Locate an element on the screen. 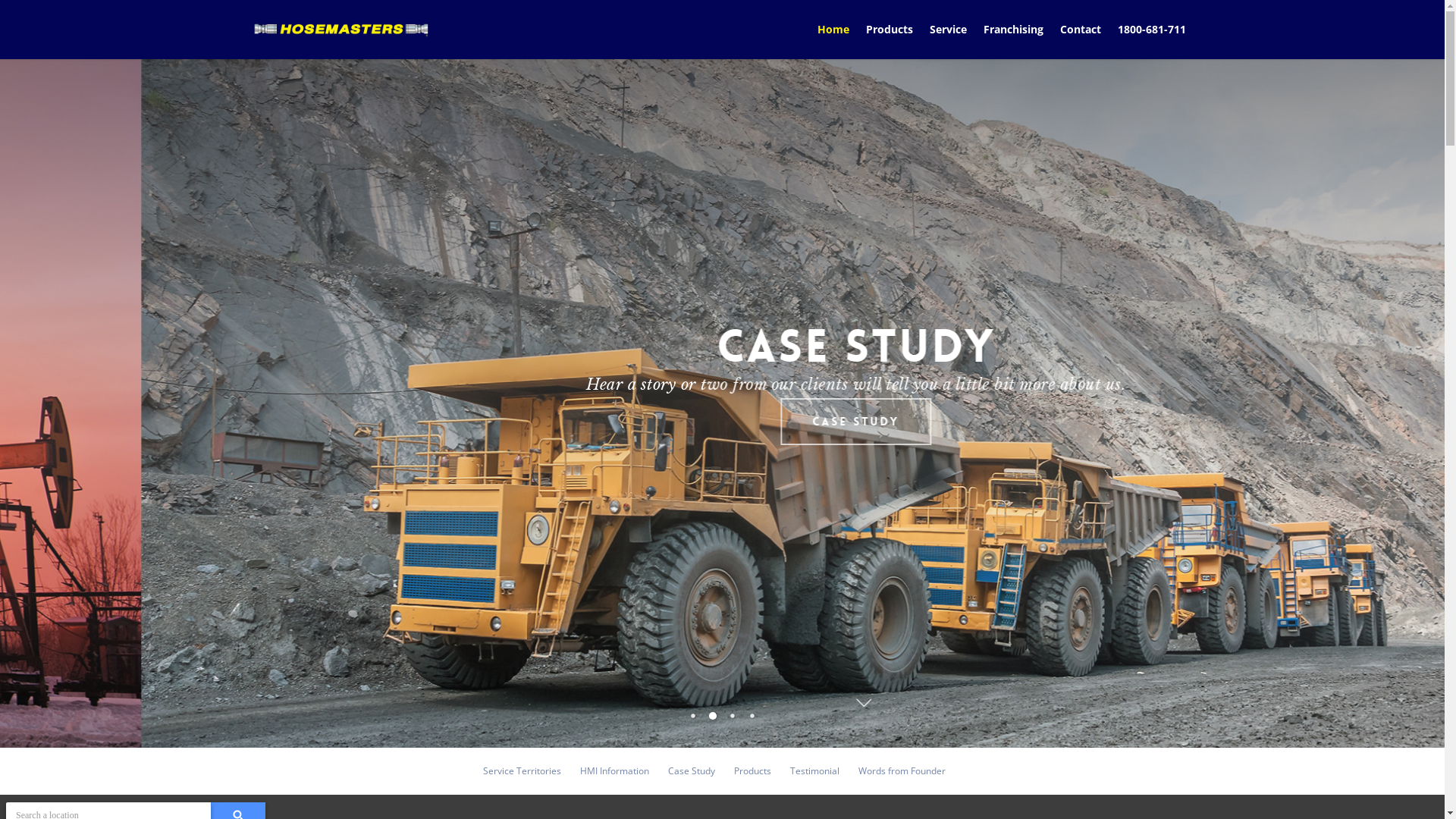  'HMI Information' is located at coordinates (614, 771).